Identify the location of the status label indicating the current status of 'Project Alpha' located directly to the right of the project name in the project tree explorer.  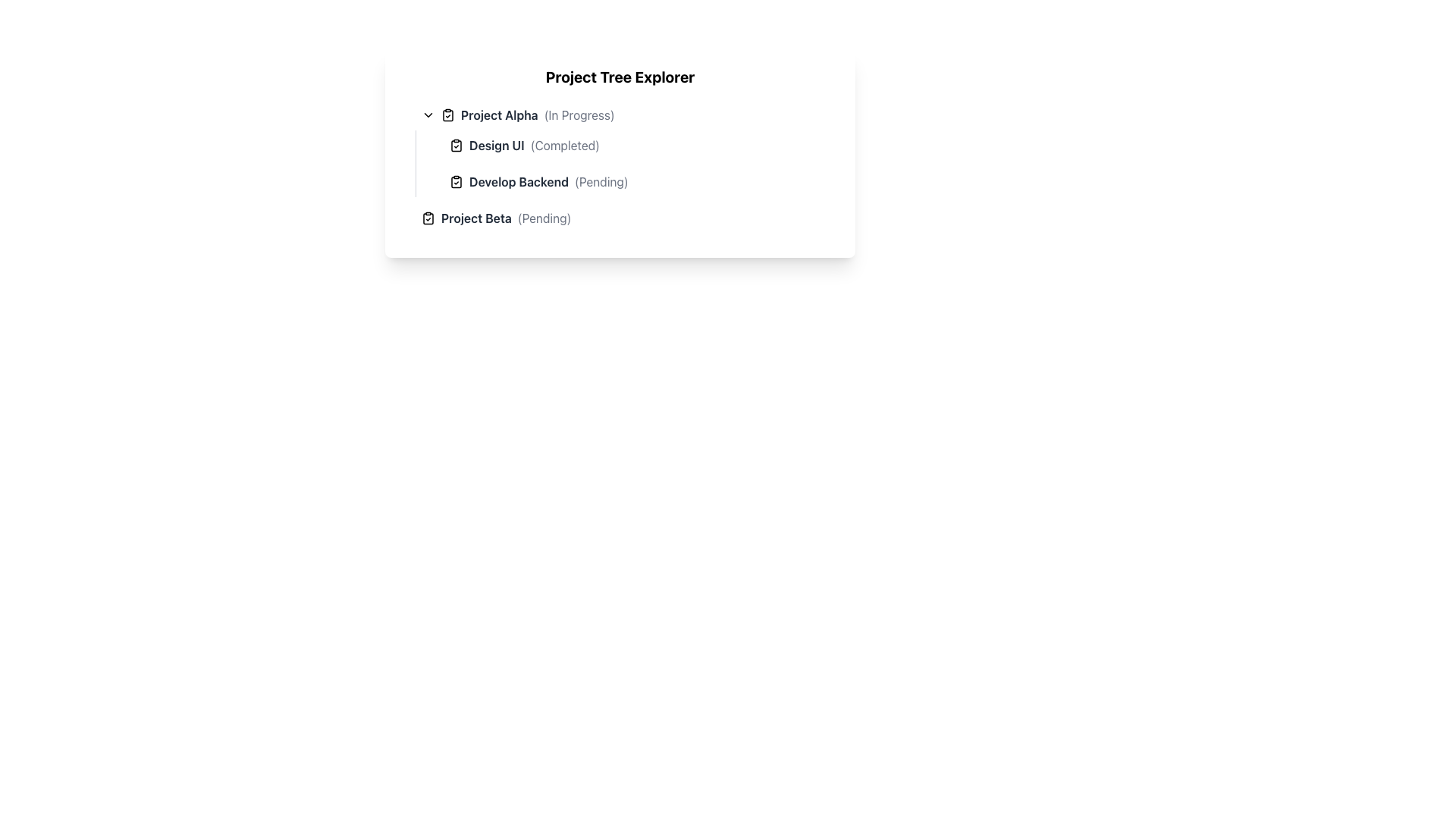
(579, 114).